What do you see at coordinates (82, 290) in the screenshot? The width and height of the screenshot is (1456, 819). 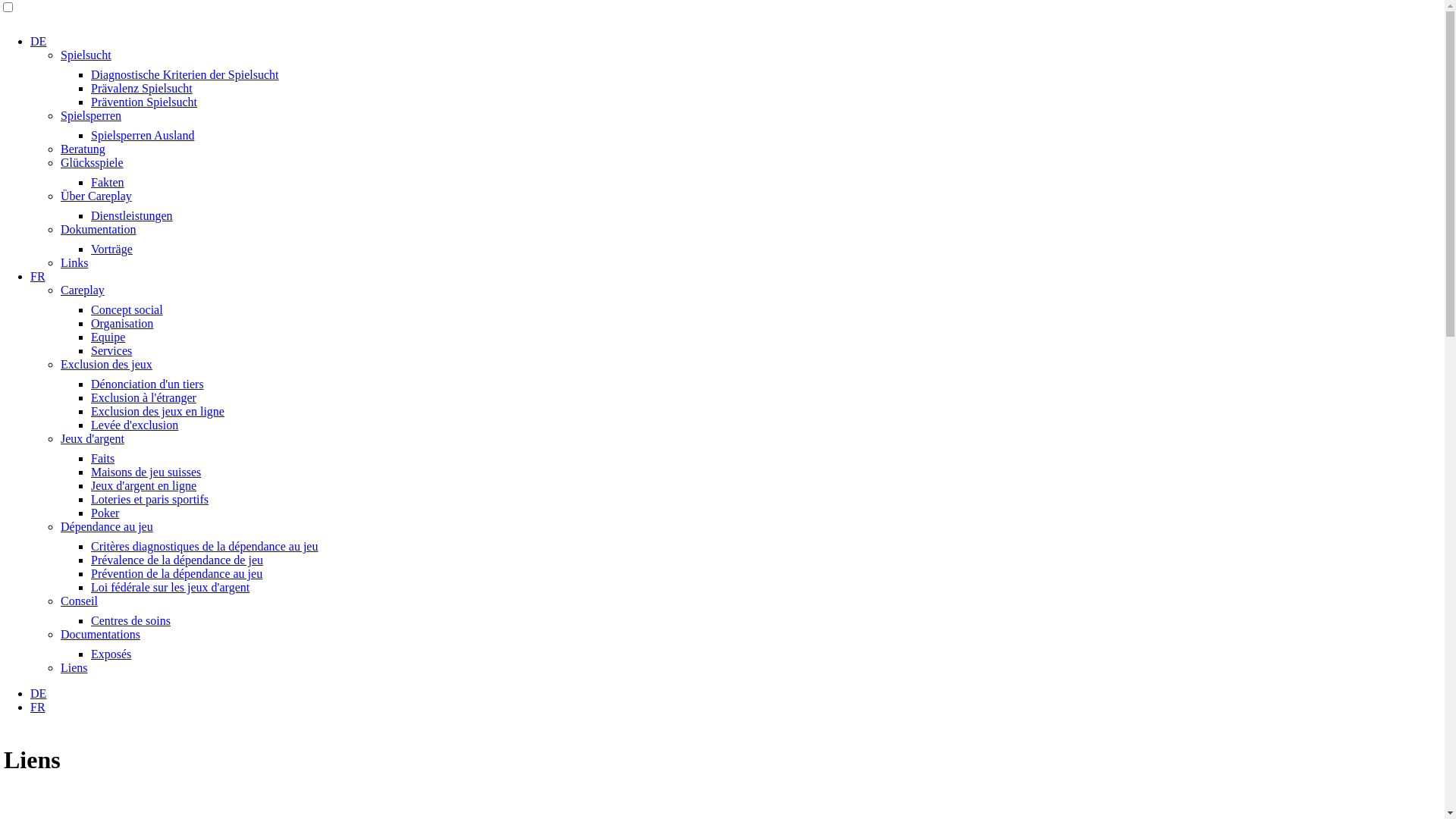 I see `'Careplay'` at bounding box center [82, 290].